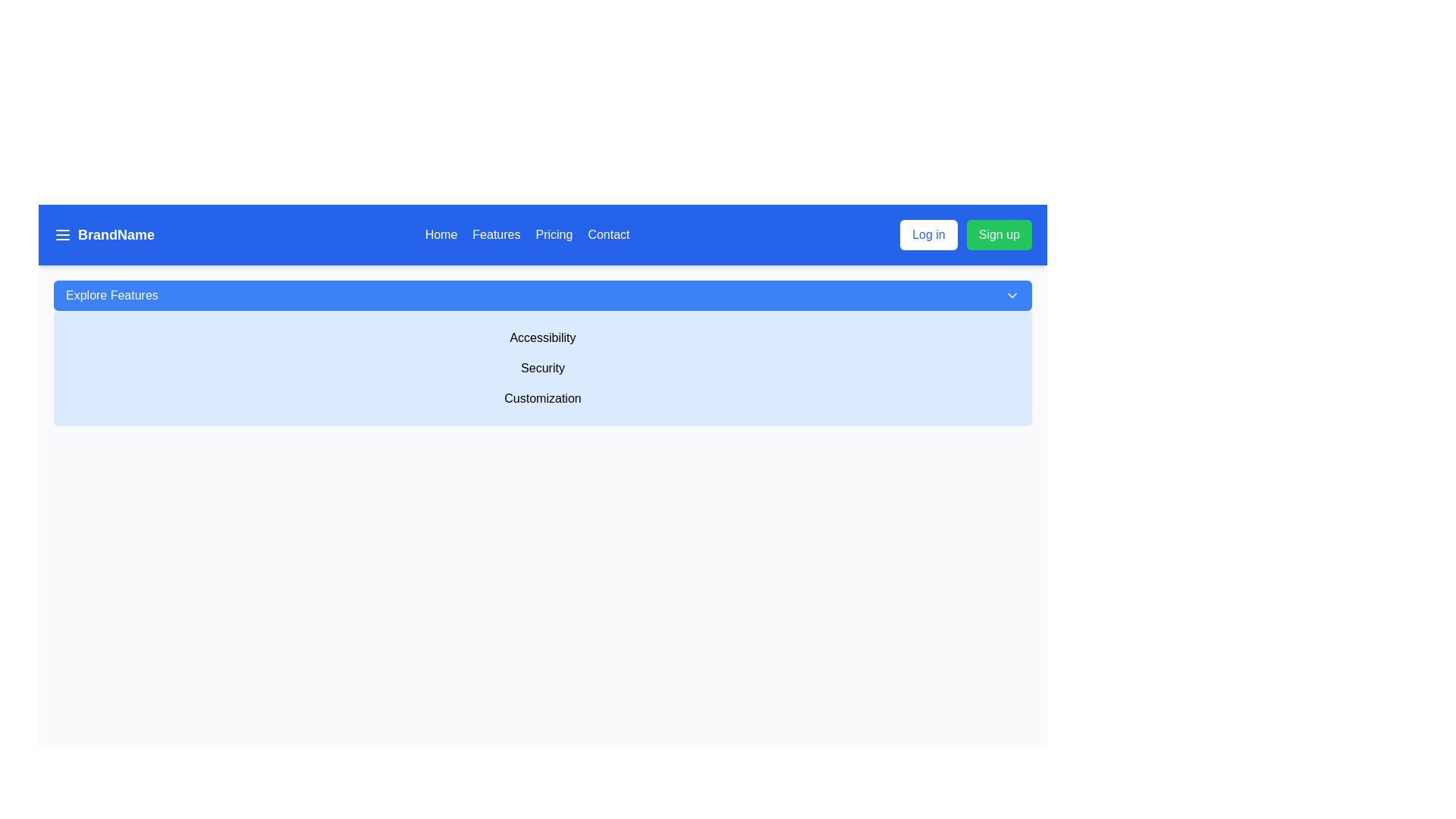  What do you see at coordinates (115, 234) in the screenshot?
I see `the label displaying 'BrandName', which is bolded, white text on a blue background located on the top bar of the interface` at bounding box center [115, 234].